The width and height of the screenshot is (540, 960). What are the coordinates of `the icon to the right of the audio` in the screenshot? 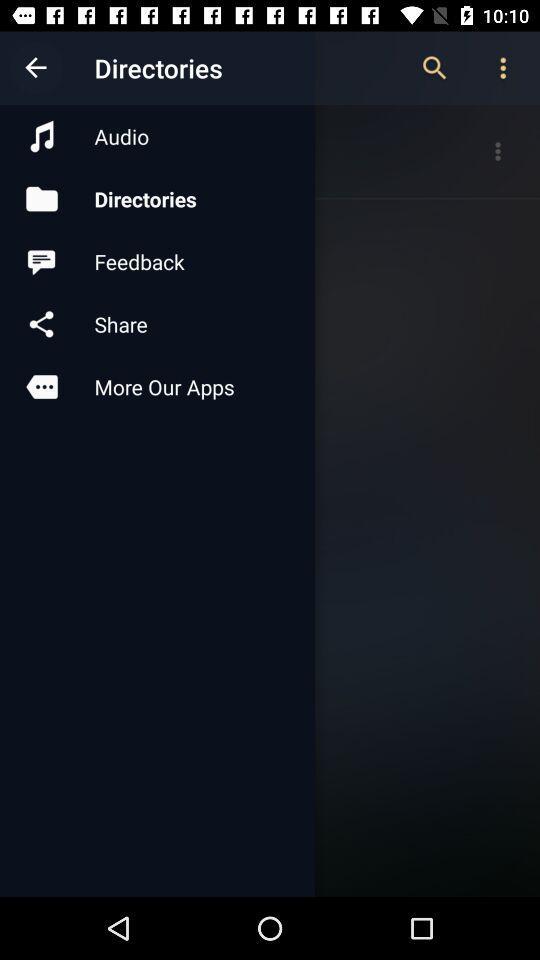 It's located at (434, 68).